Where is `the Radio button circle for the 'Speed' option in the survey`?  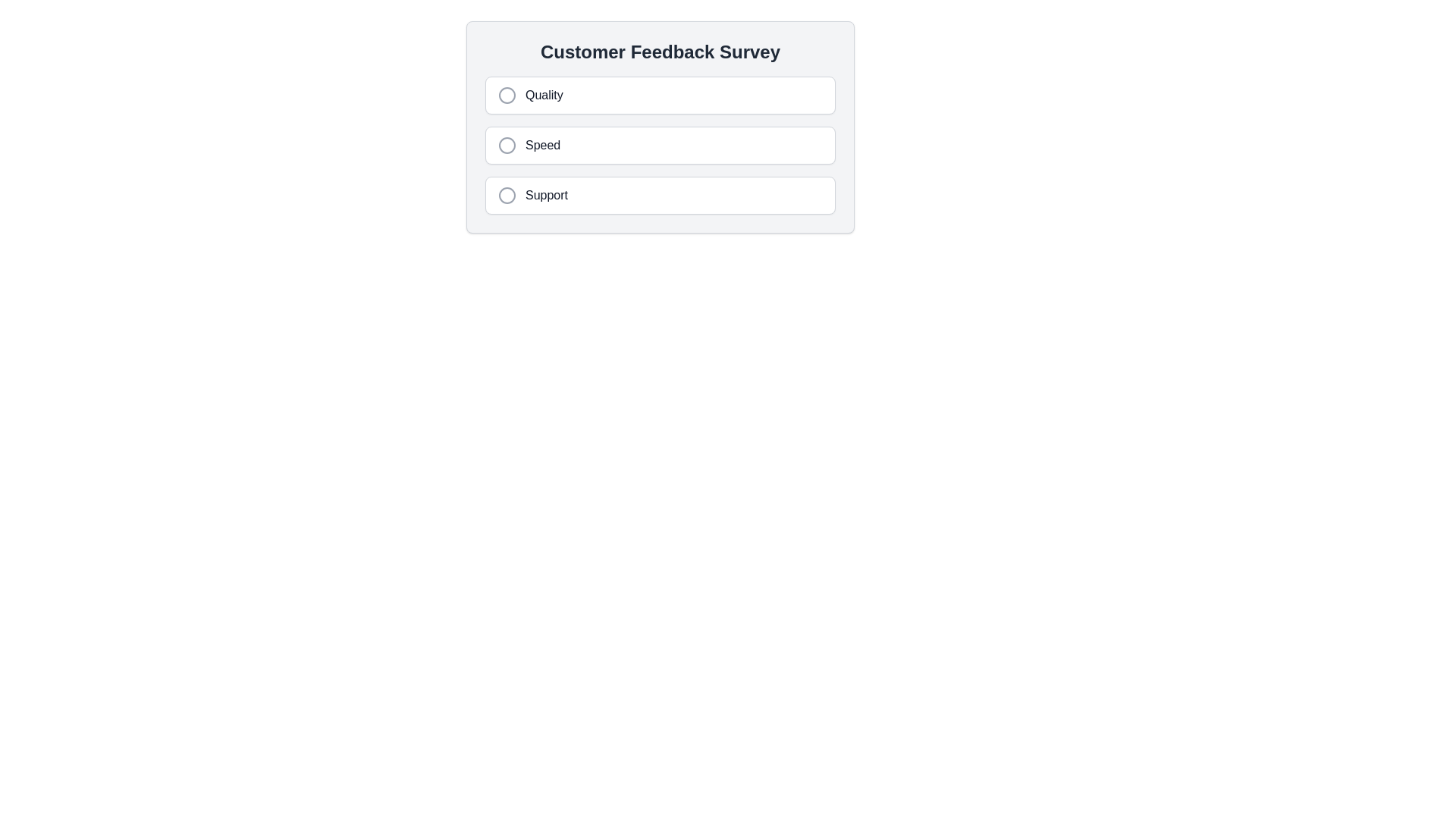 the Radio button circle for the 'Speed' option in the survey is located at coordinates (507, 146).